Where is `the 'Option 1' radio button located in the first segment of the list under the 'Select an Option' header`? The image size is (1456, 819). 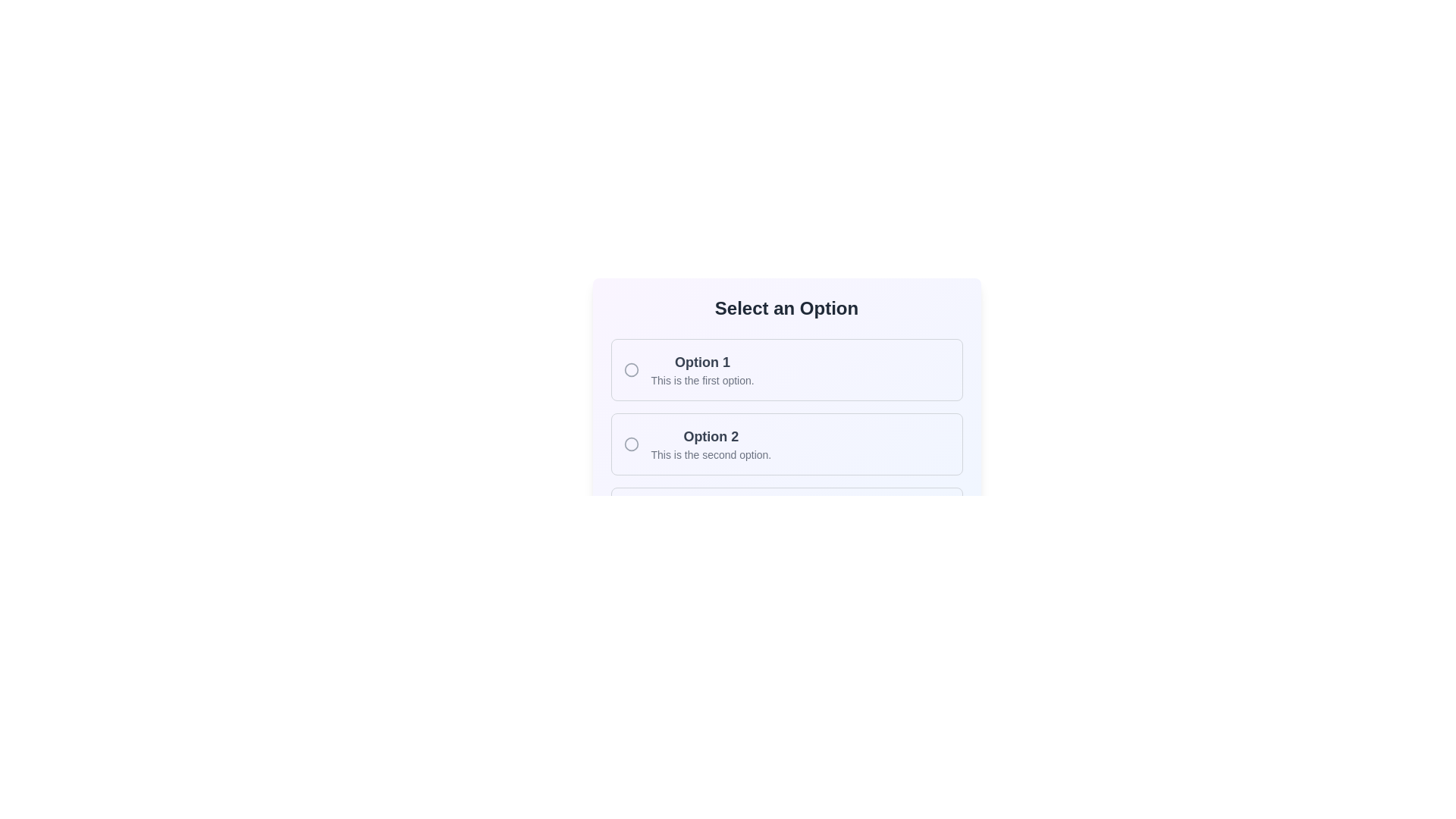 the 'Option 1' radio button located in the first segment of the list under the 'Select an Option' header is located at coordinates (701, 370).